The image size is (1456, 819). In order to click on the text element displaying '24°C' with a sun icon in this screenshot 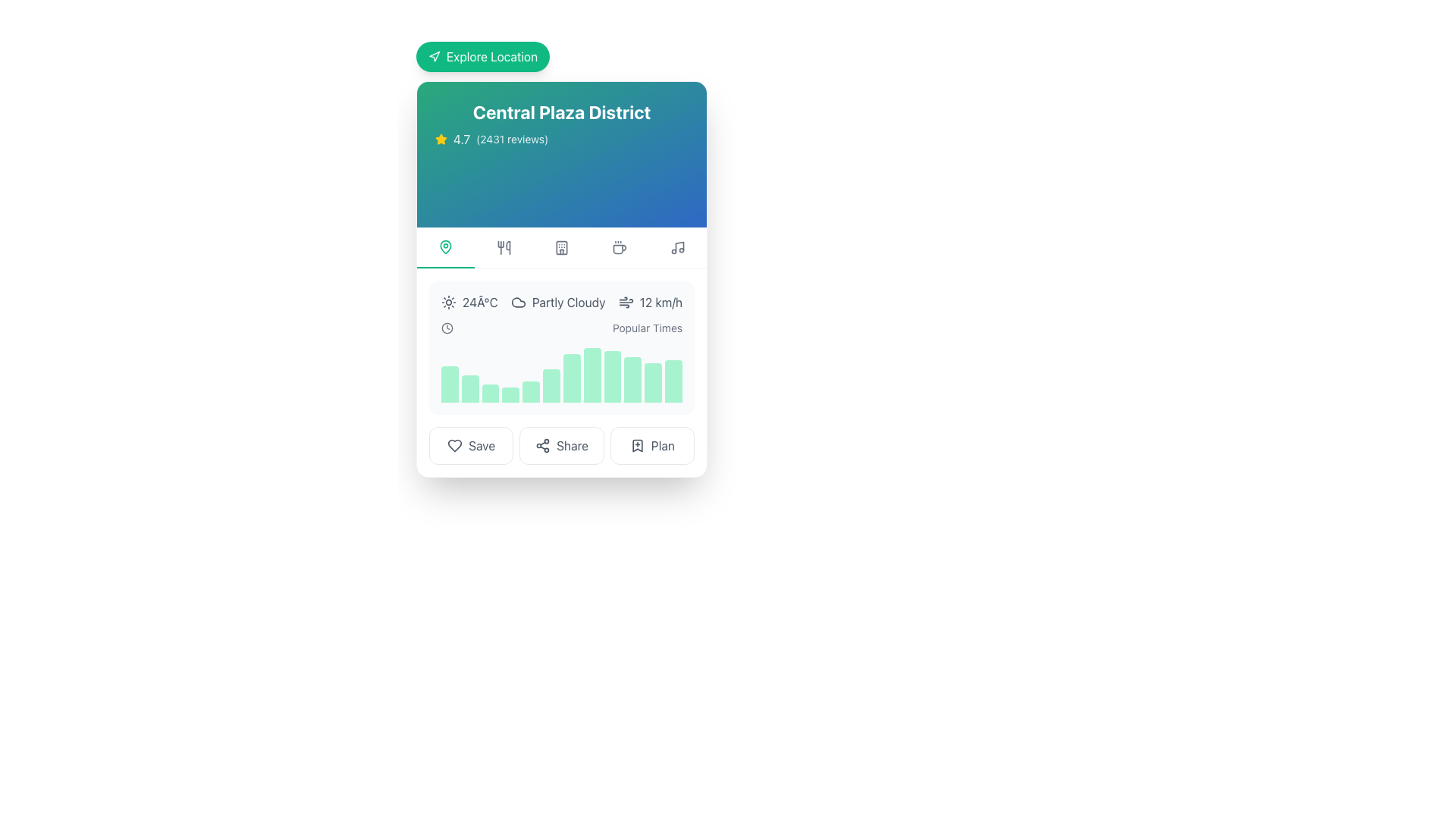, I will do `click(469, 302)`.